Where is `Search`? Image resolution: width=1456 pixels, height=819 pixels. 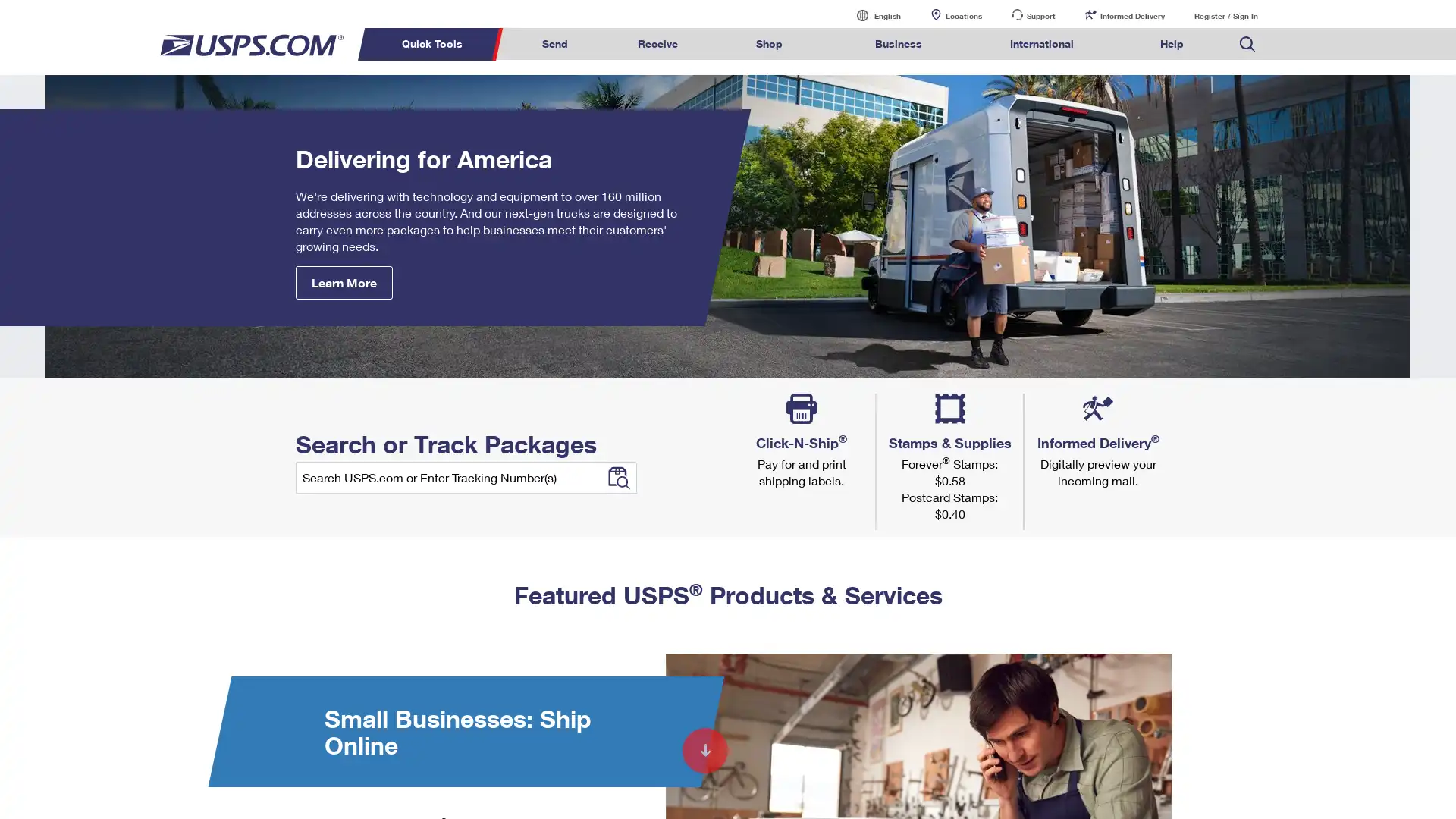
Search is located at coordinates (1043, 464).